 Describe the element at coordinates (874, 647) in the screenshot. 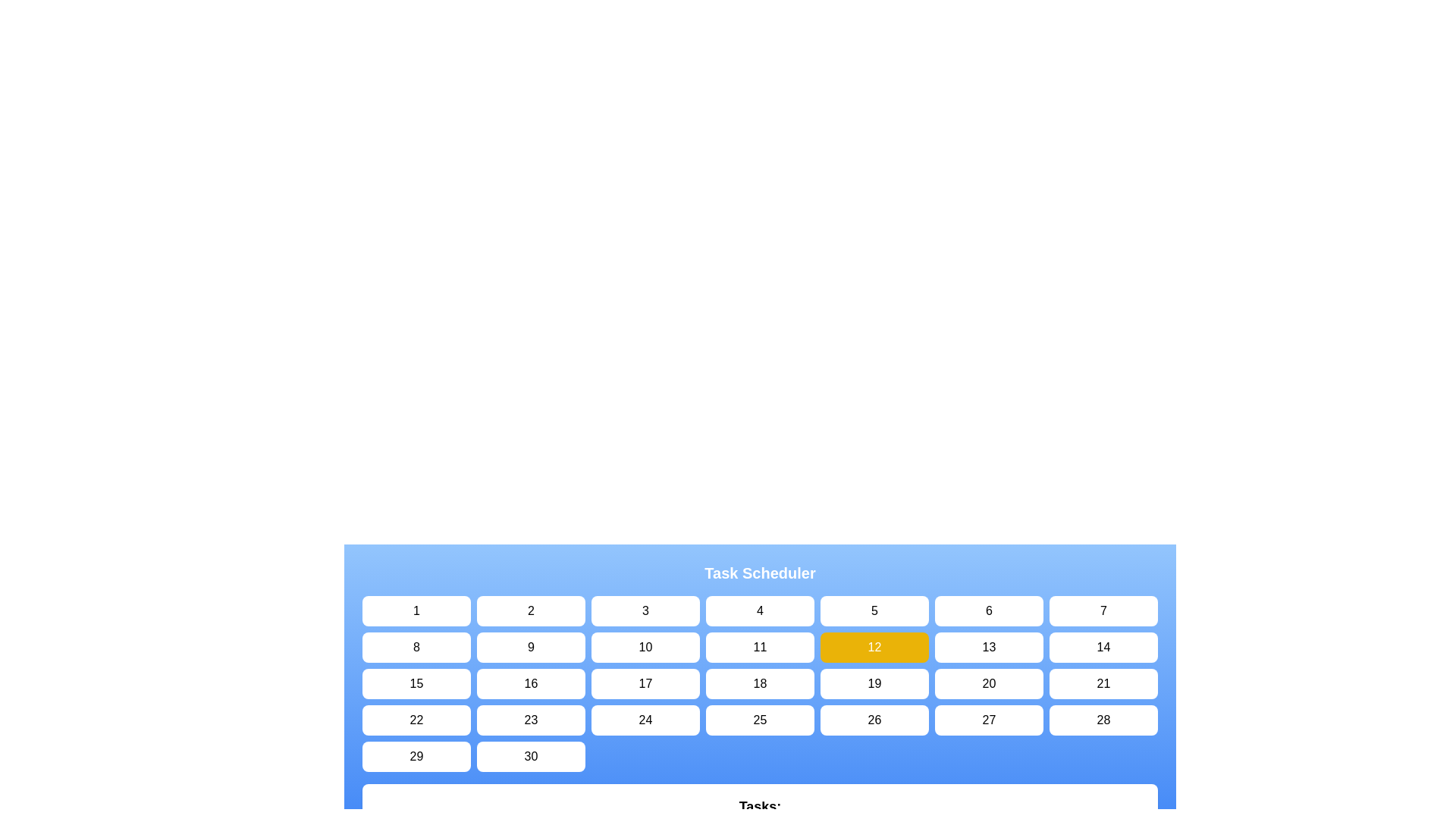

I see `the button representing the number '12' in the 'Task Scheduler' section, which is the sixth element in the second row of the grid` at that location.